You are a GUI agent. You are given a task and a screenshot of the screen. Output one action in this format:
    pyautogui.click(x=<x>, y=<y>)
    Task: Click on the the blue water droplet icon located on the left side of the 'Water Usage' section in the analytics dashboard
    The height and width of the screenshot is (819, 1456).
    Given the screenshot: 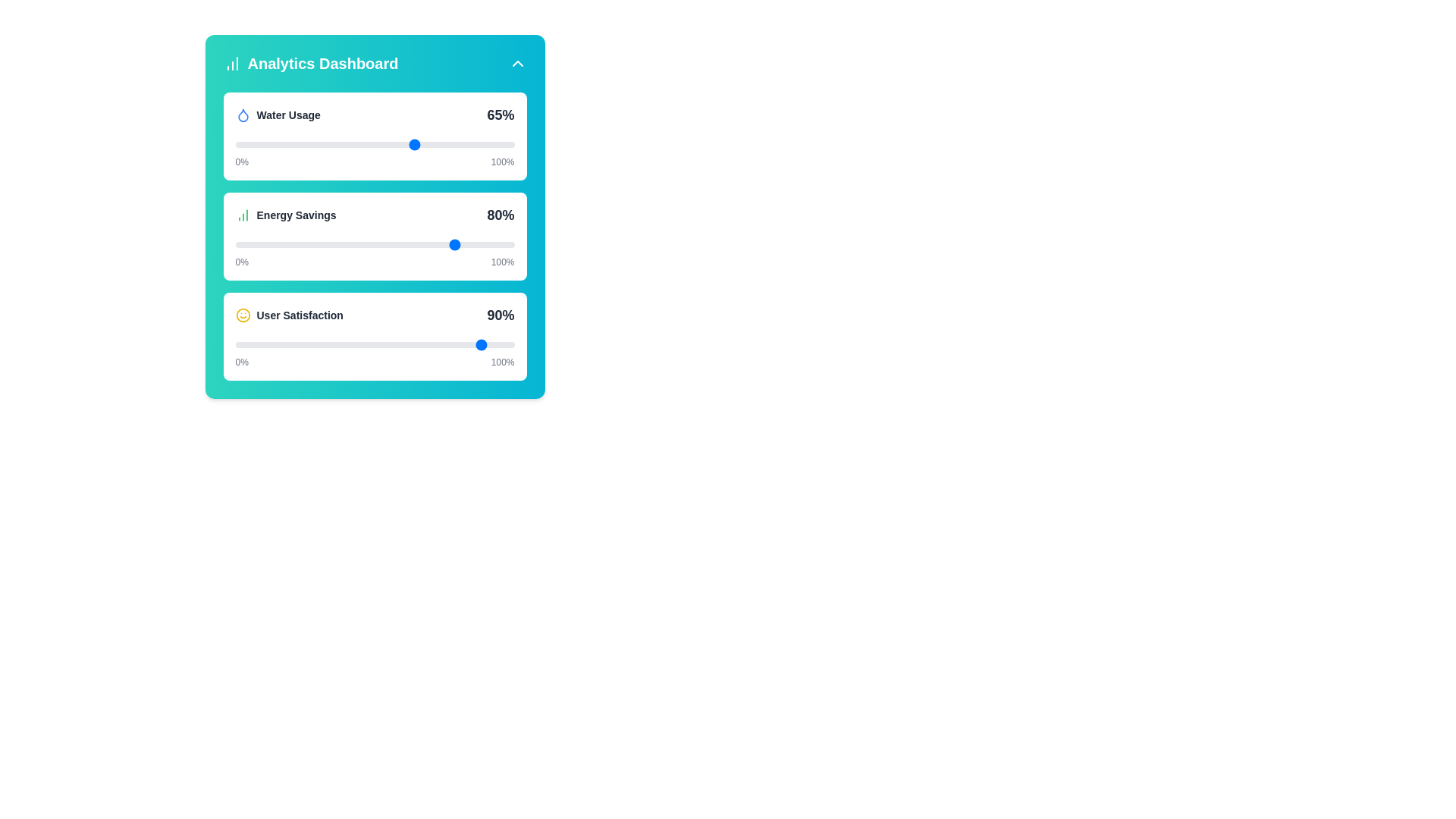 What is the action you would take?
    pyautogui.click(x=243, y=114)
    